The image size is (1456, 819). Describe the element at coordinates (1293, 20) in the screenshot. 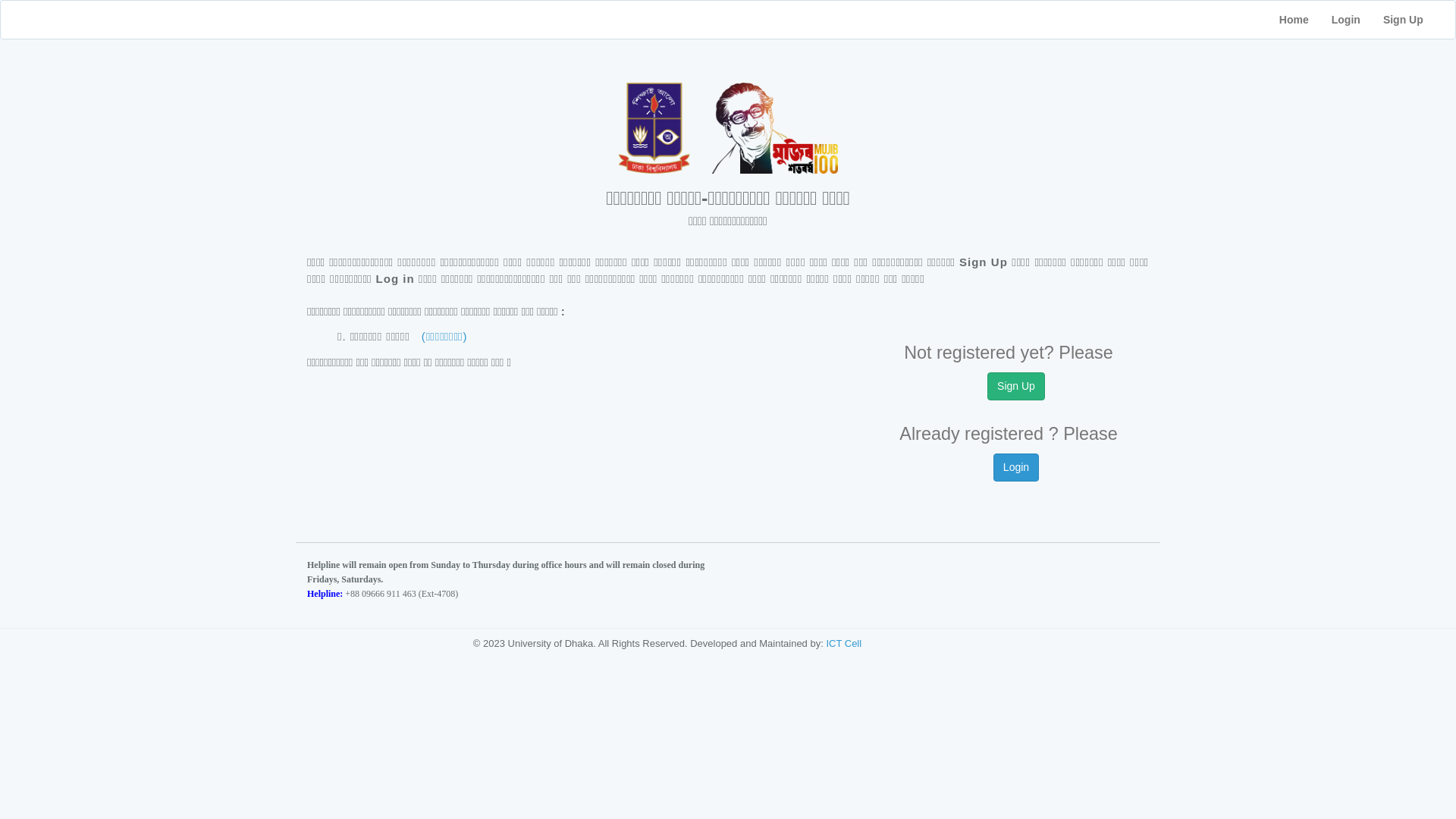

I see `'Home'` at that location.